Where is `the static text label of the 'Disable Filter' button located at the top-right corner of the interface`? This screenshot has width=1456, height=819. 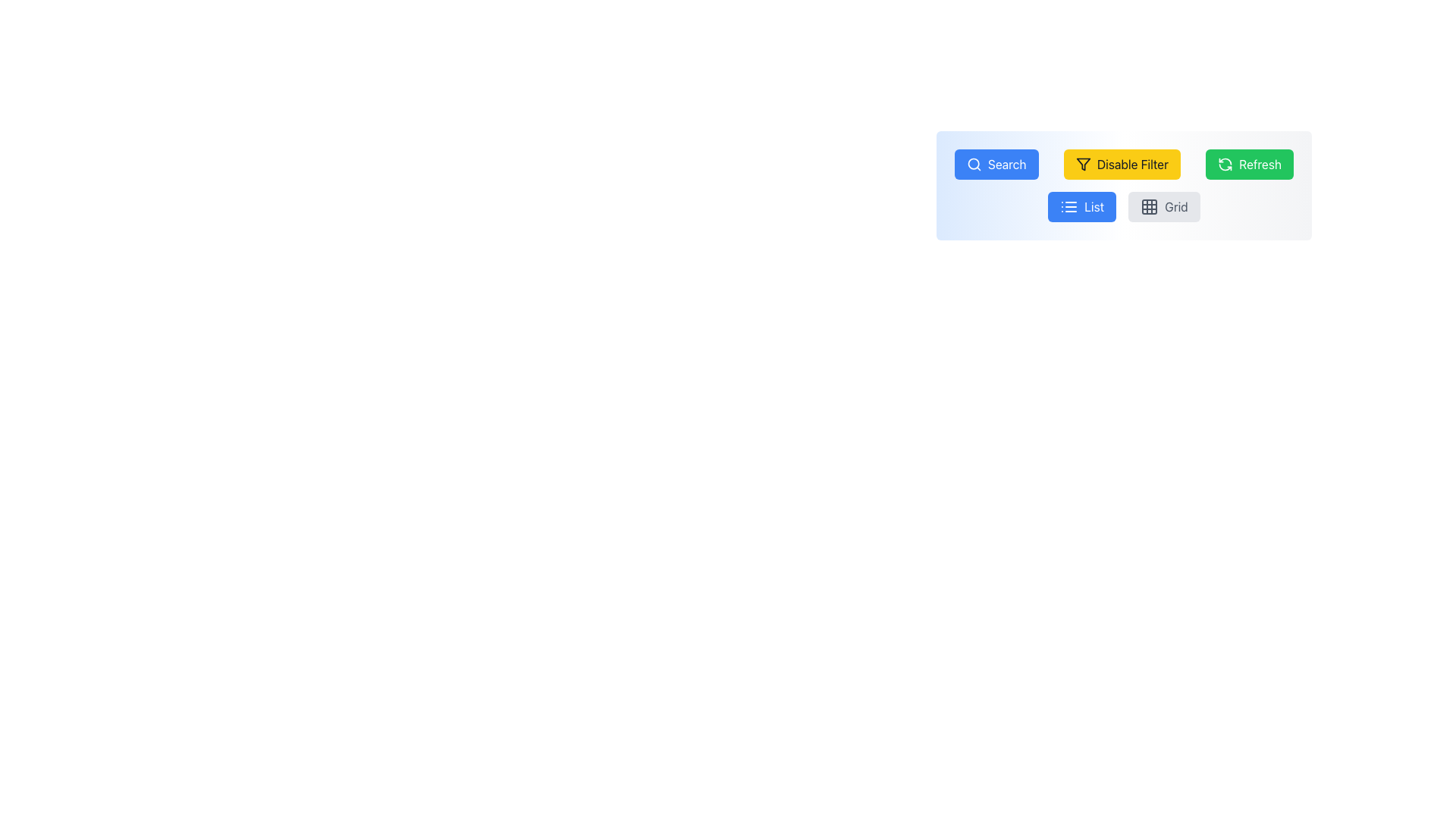 the static text label of the 'Disable Filter' button located at the top-right corner of the interface is located at coordinates (1132, 164).